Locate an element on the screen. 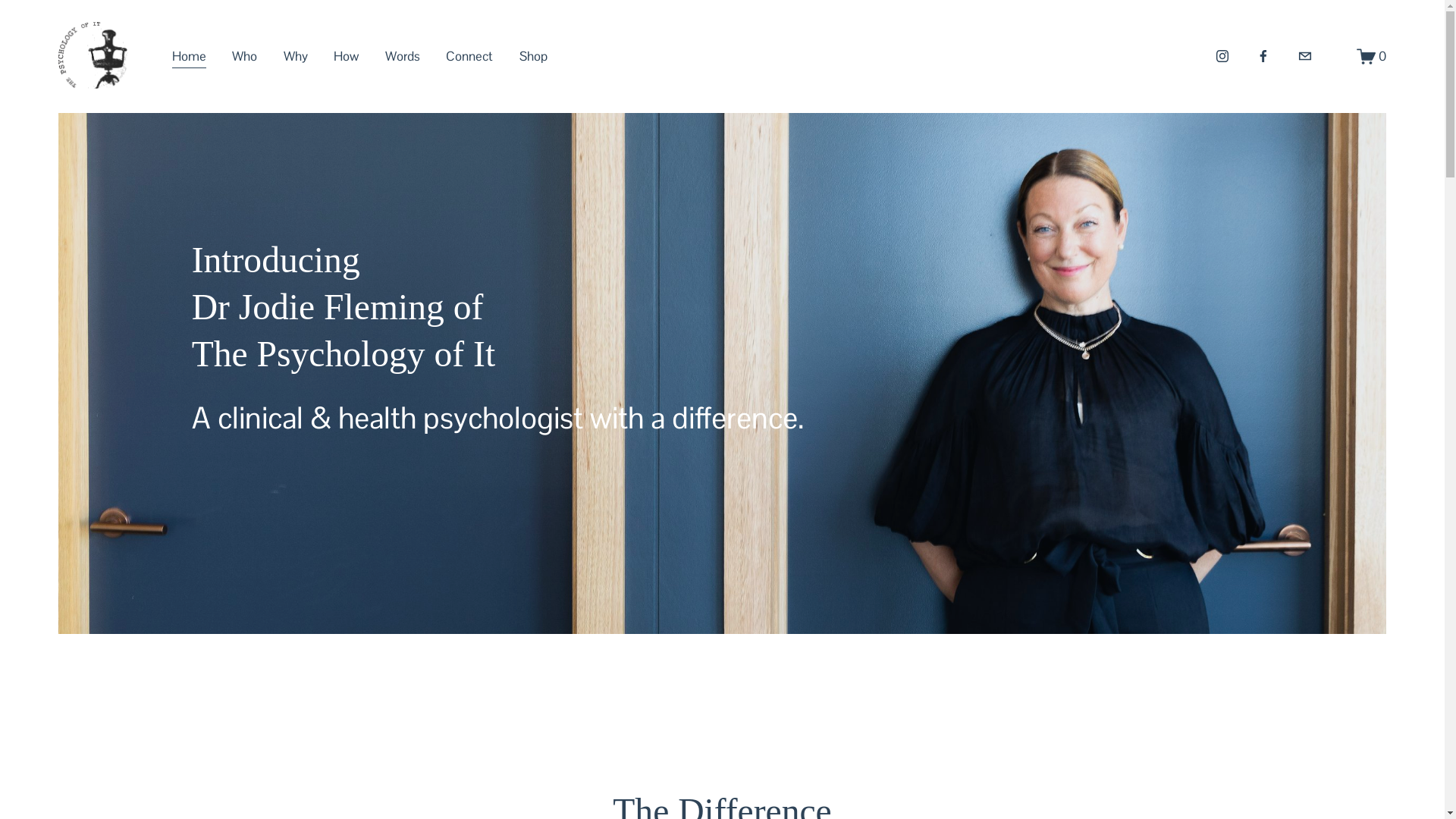 Image resolution: width=1456 pixels, height=819 pixels. 'Home' is located at coordinates (171, 55).